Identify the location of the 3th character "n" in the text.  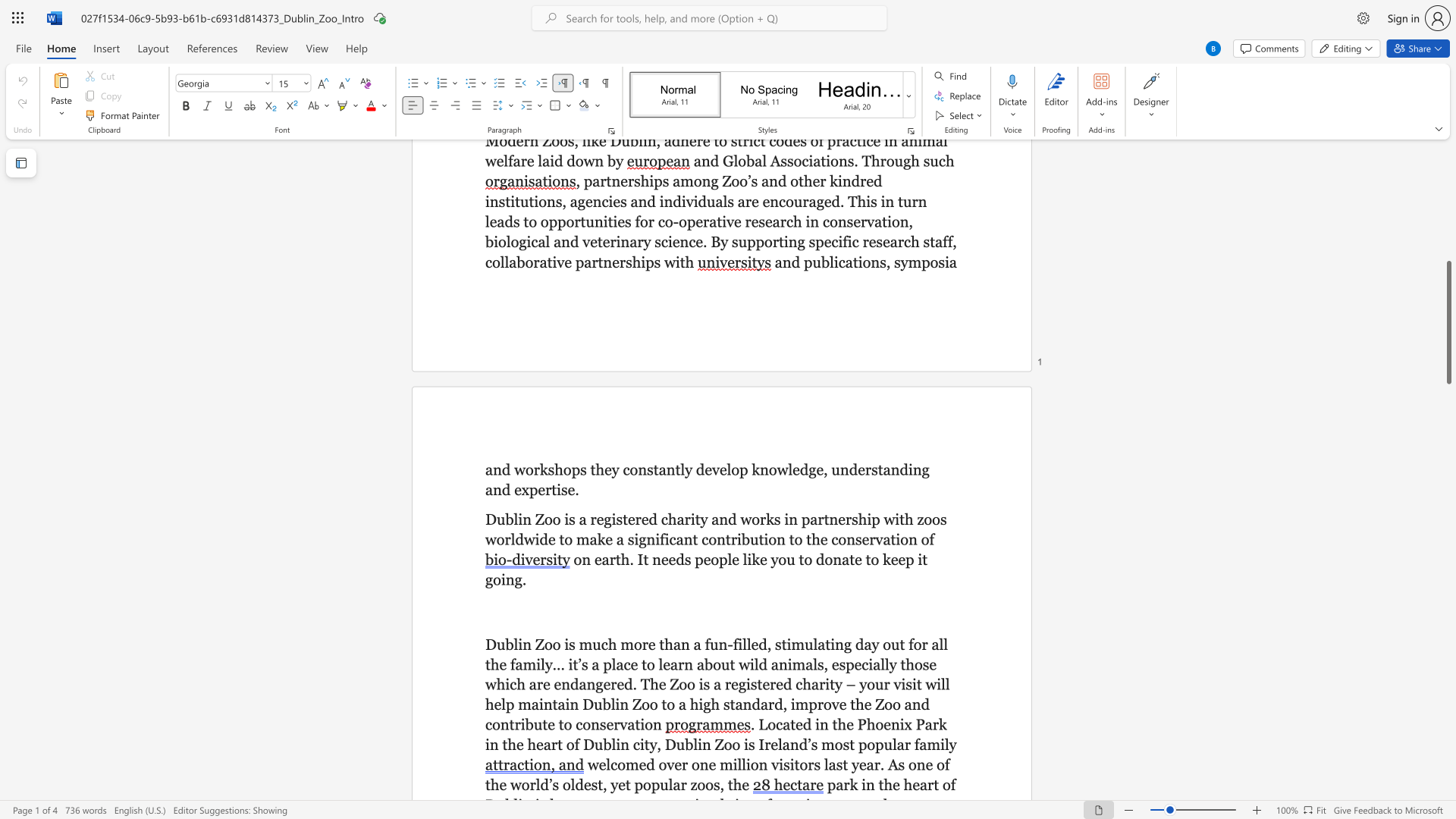
(895, 469).